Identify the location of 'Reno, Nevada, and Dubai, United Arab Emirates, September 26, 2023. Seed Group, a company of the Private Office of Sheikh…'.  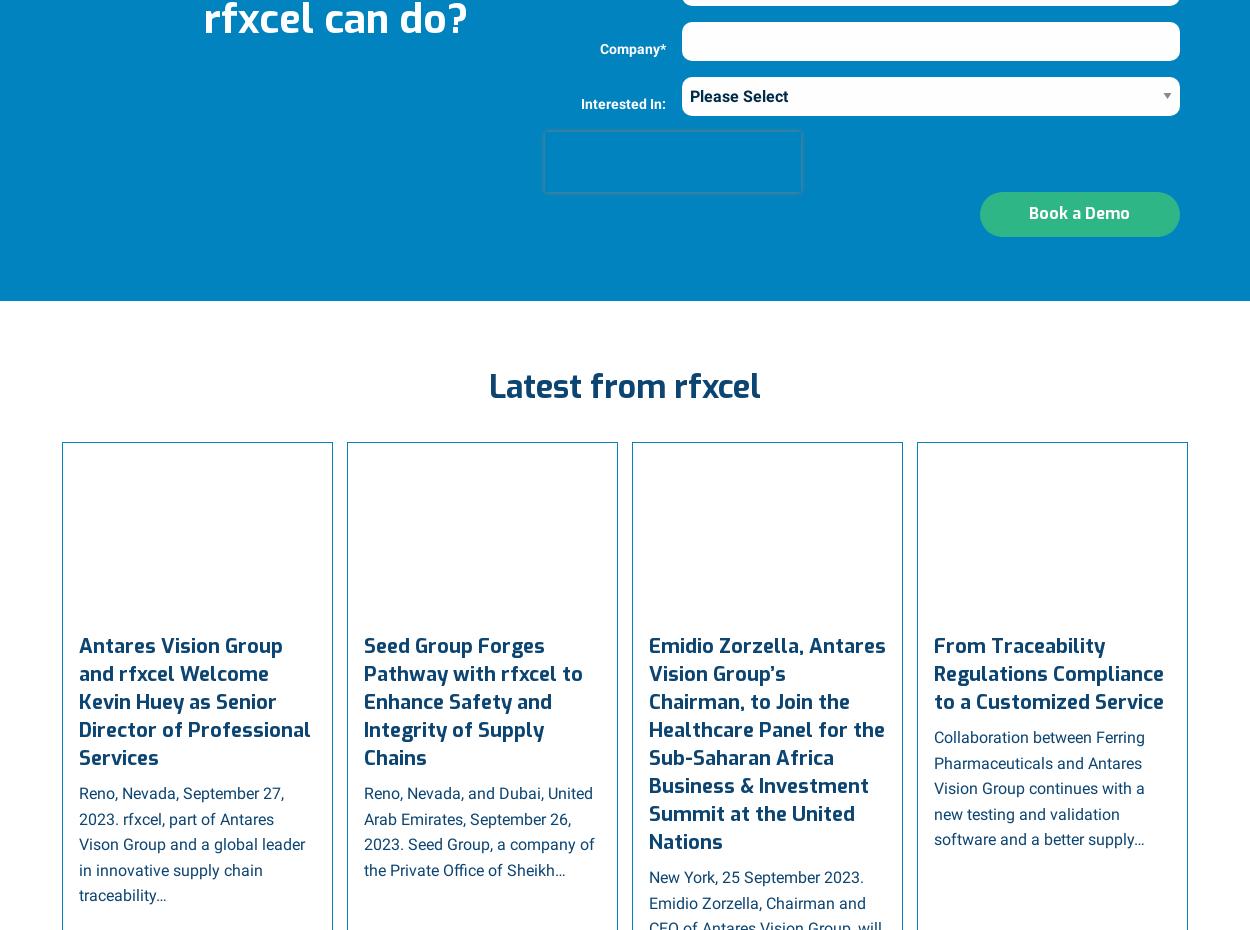
(478, 829).